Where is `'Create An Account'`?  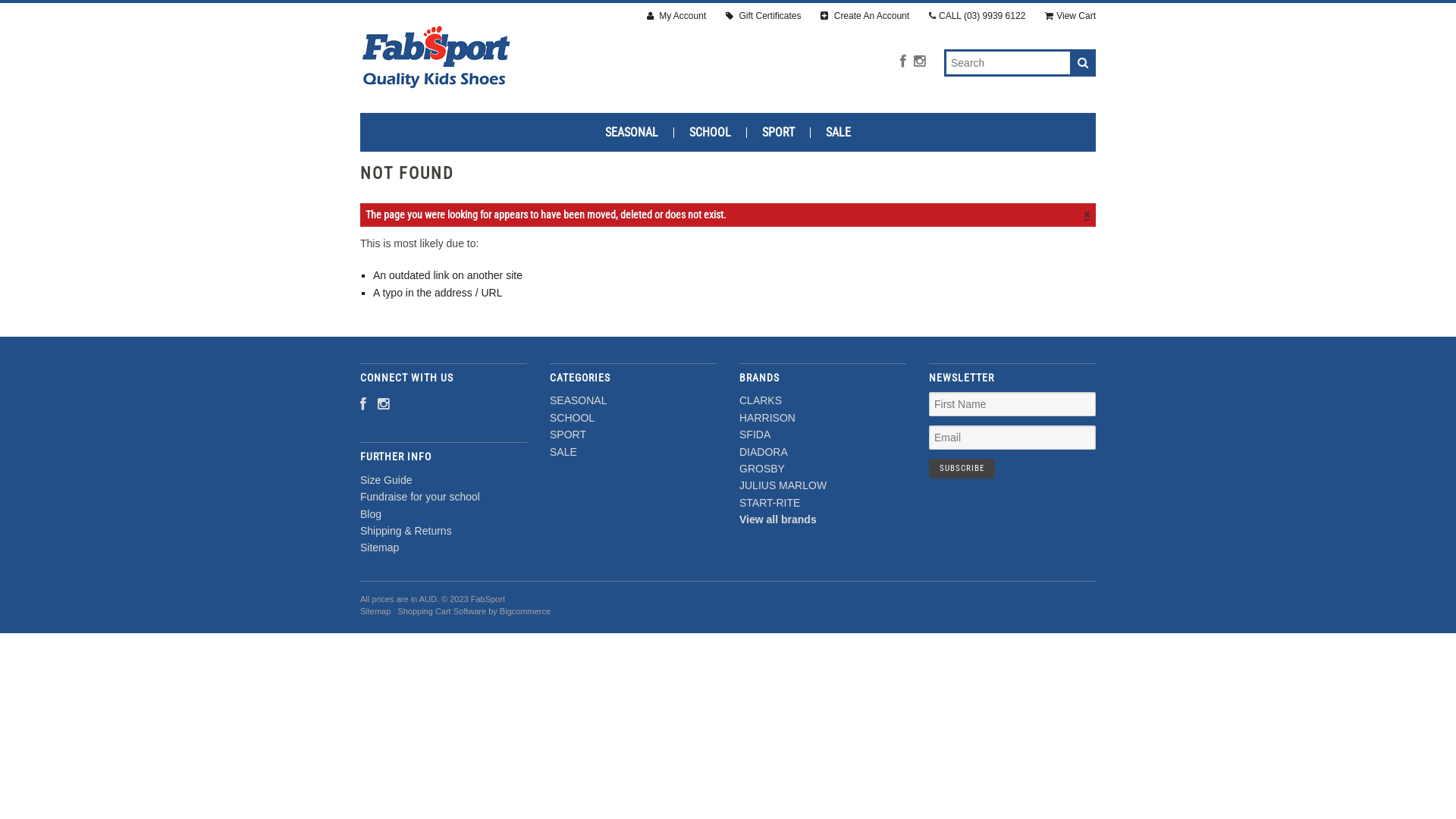 'Create An Account' is located at coordinates (819, 16).